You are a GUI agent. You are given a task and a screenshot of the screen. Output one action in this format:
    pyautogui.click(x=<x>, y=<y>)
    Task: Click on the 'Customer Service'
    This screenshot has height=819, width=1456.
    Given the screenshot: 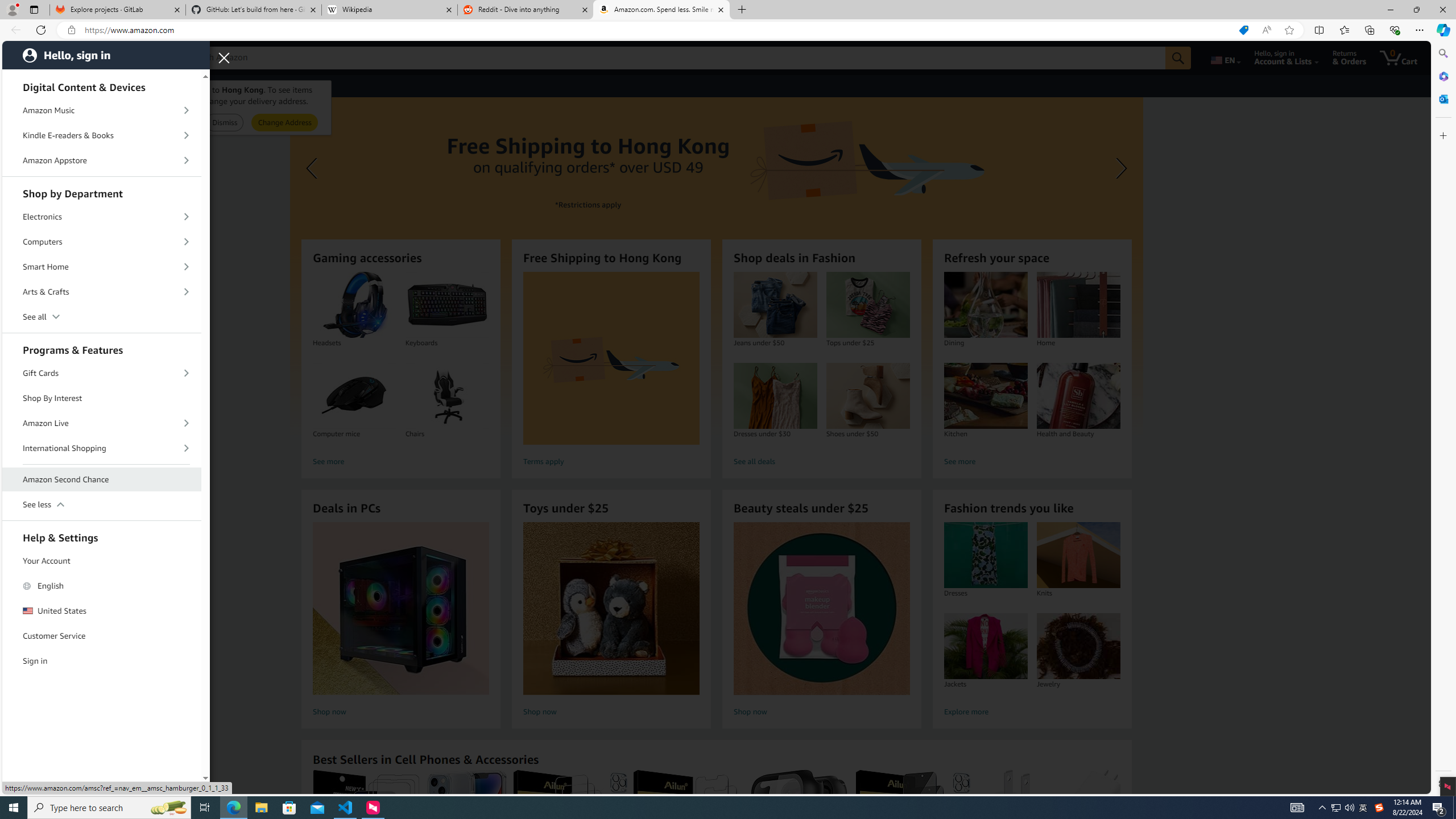 What is the action you would take?
    pyautogui.click(x=102, y=636)
    